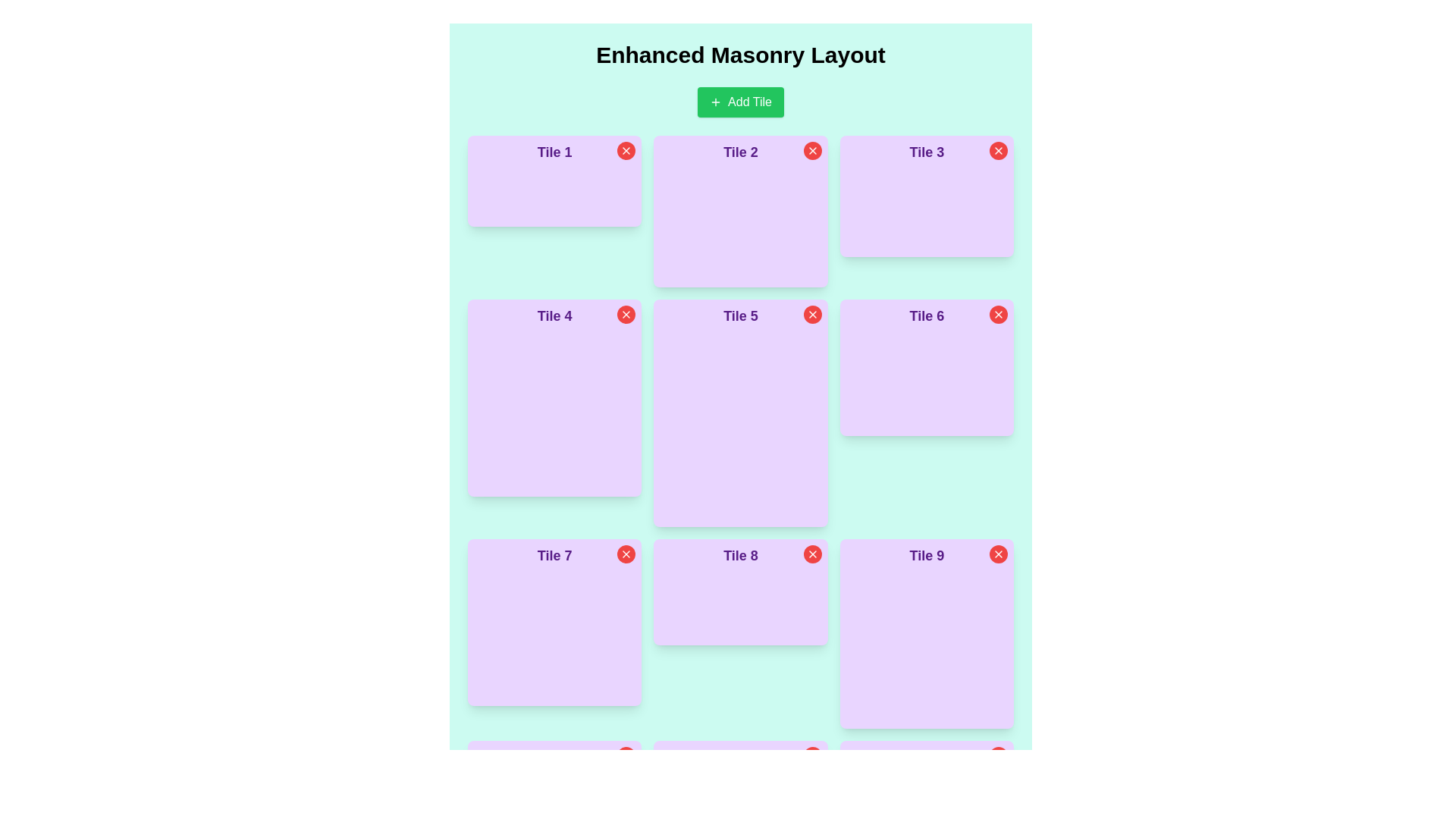 The image size is (1456, 819). Describe the element at coordinates (811, 554) in the screenshot. I see `the close button located in the top-right corner of 'Tile 8'` at that location.